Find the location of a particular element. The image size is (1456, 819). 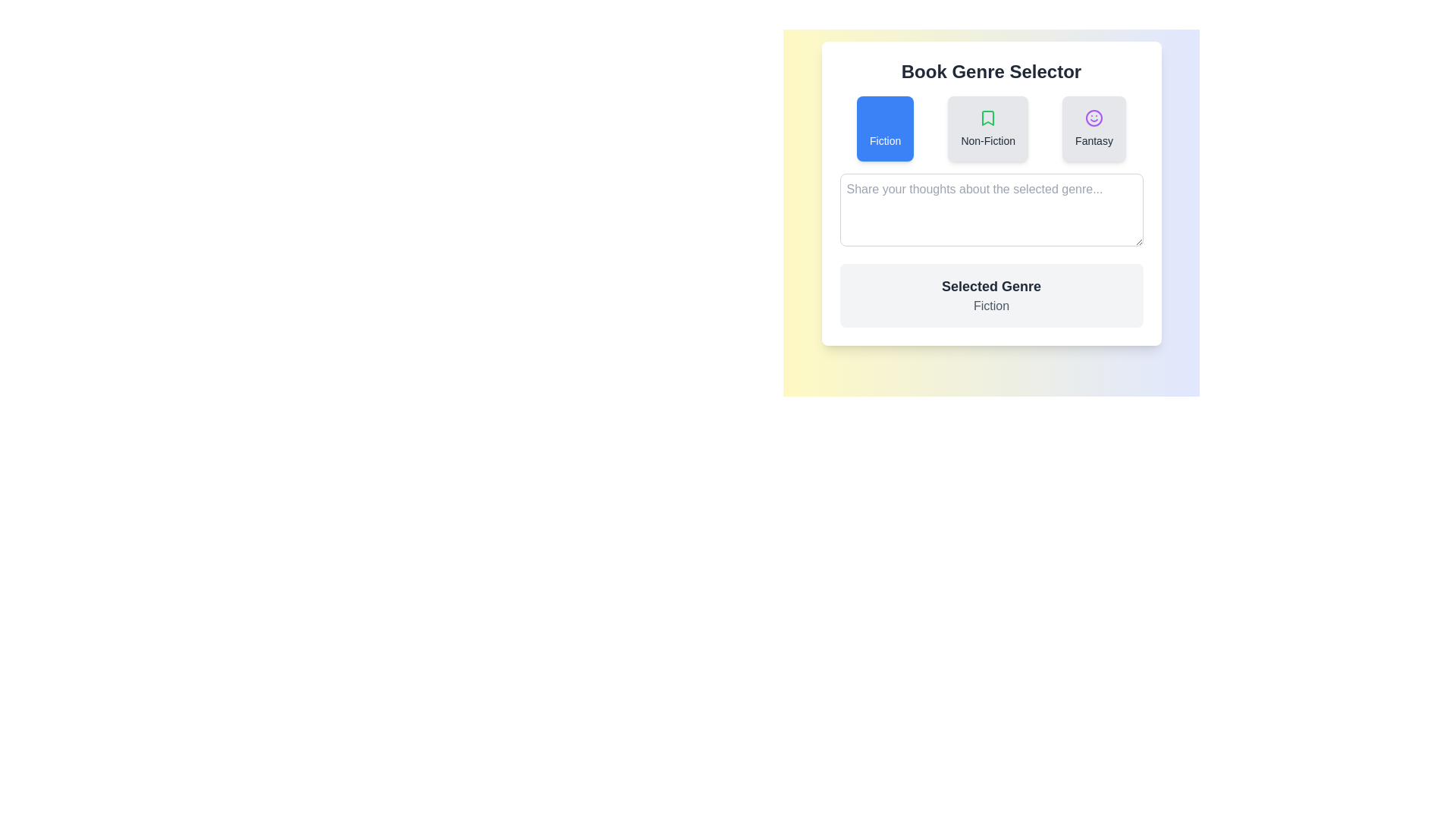

the Static Text Label displaying the current book genre 'Fiction', which is located directly below the heading 'Selected Genre' is located at coordinates (991, 306).